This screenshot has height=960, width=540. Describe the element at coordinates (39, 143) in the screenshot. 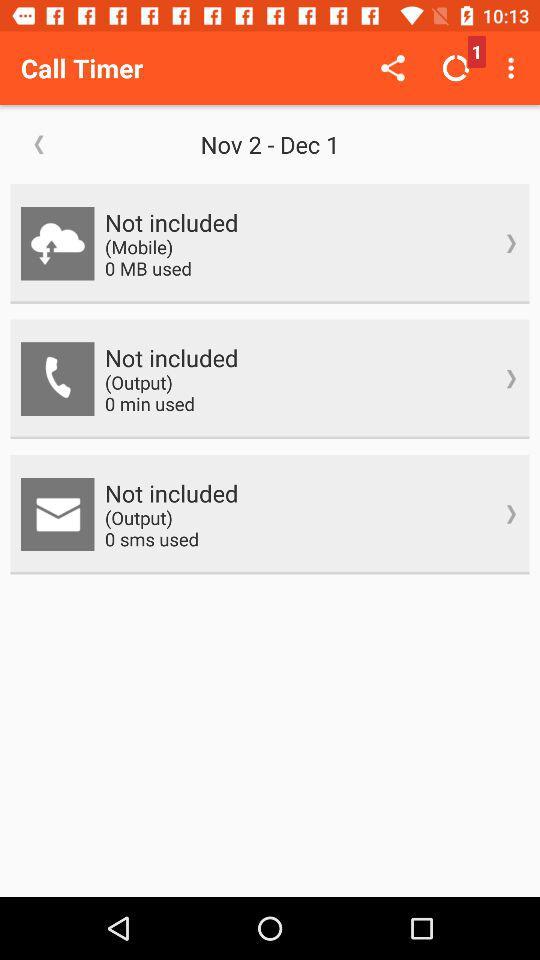

I see `go back` at that location.